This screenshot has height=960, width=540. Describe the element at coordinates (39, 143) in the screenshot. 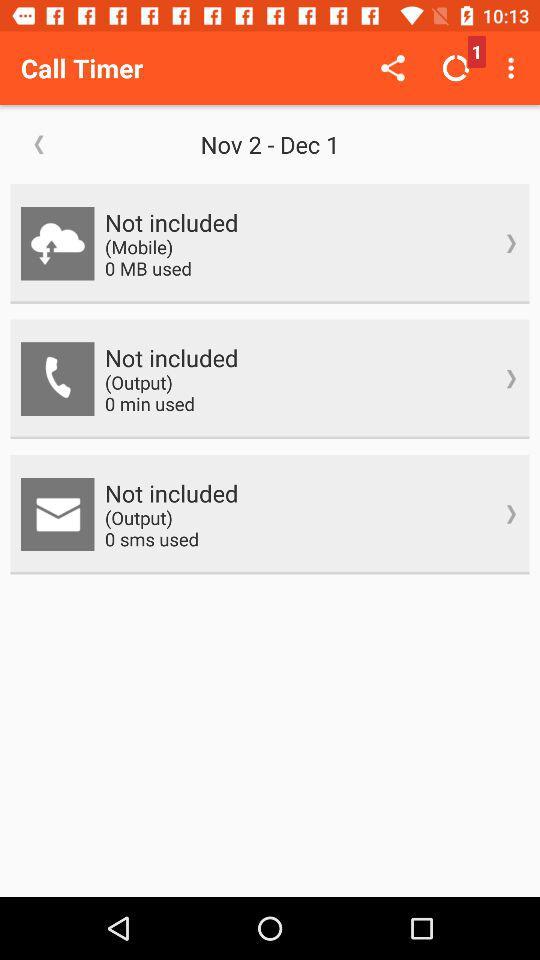

I see `go back` at that location.